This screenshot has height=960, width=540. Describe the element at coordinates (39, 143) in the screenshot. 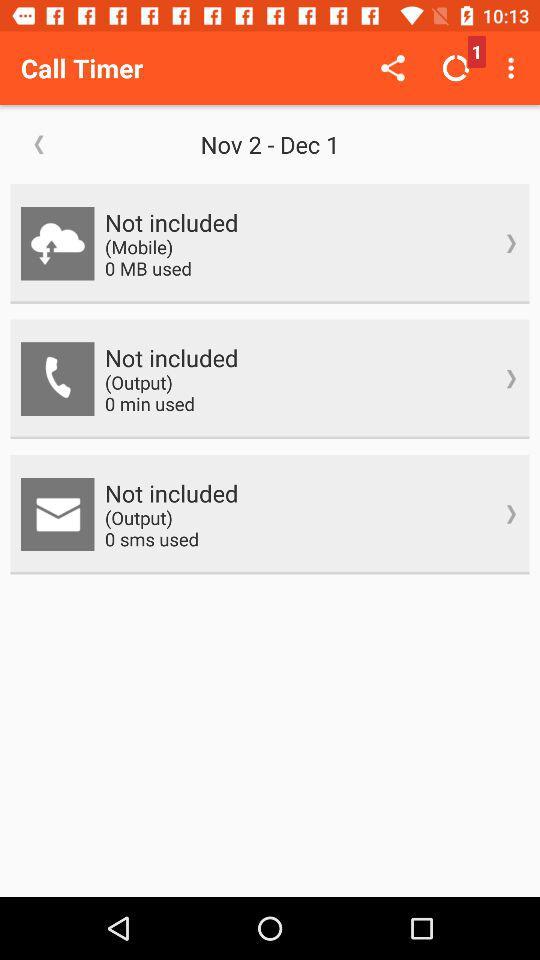

I see `go back` at that location.